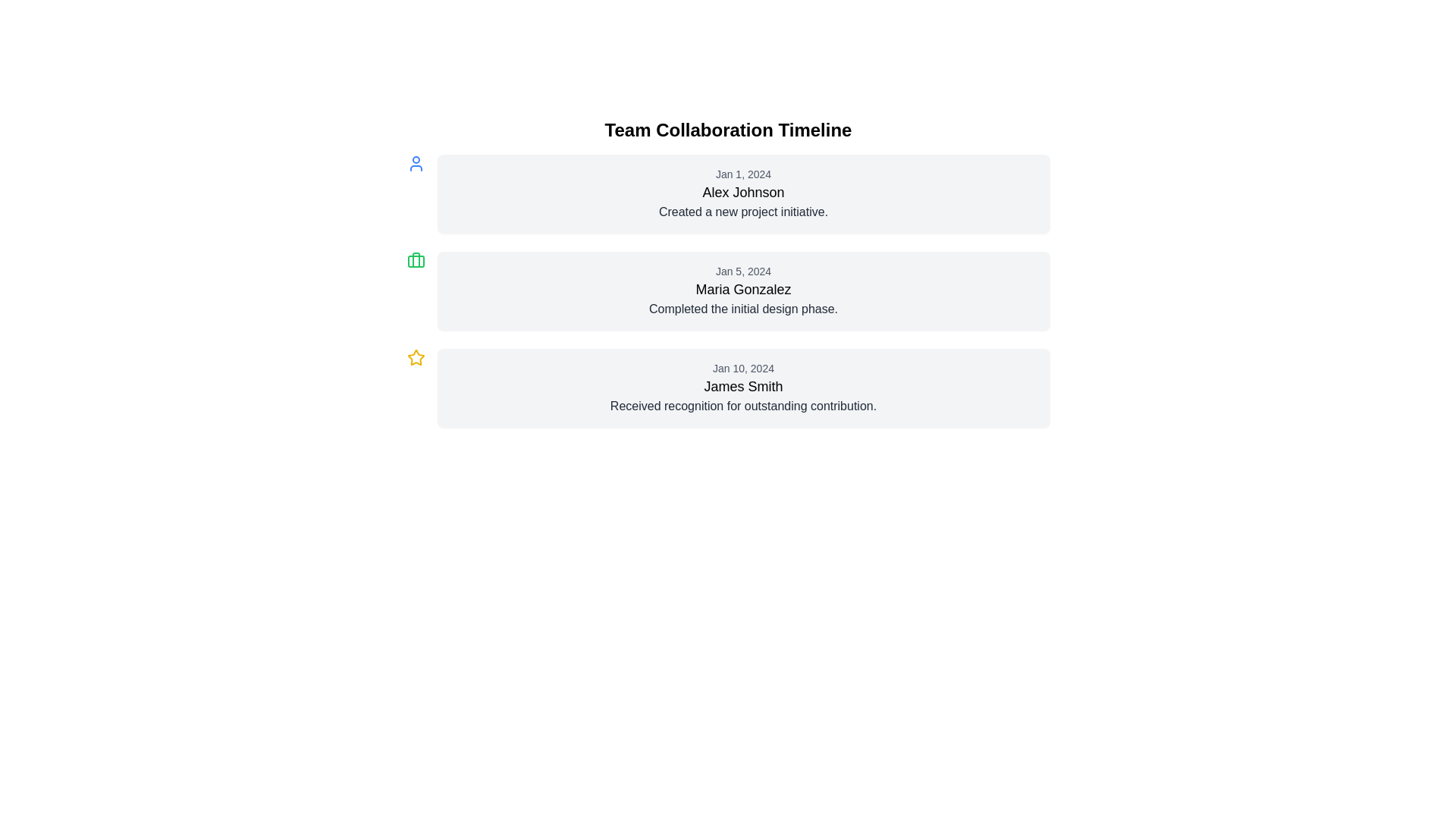 Image resolution: width=1456 pixels, height=819 pixels. What do you see at coordinates (728, 193) in the screenshot?
I see `the first notification card in the 'Team Collaboration Timeline' that indicates 'Created a new project initiative' by 'Alex Johnson' on 'Jan 1, 2024'` at bounding box center [728, 193].